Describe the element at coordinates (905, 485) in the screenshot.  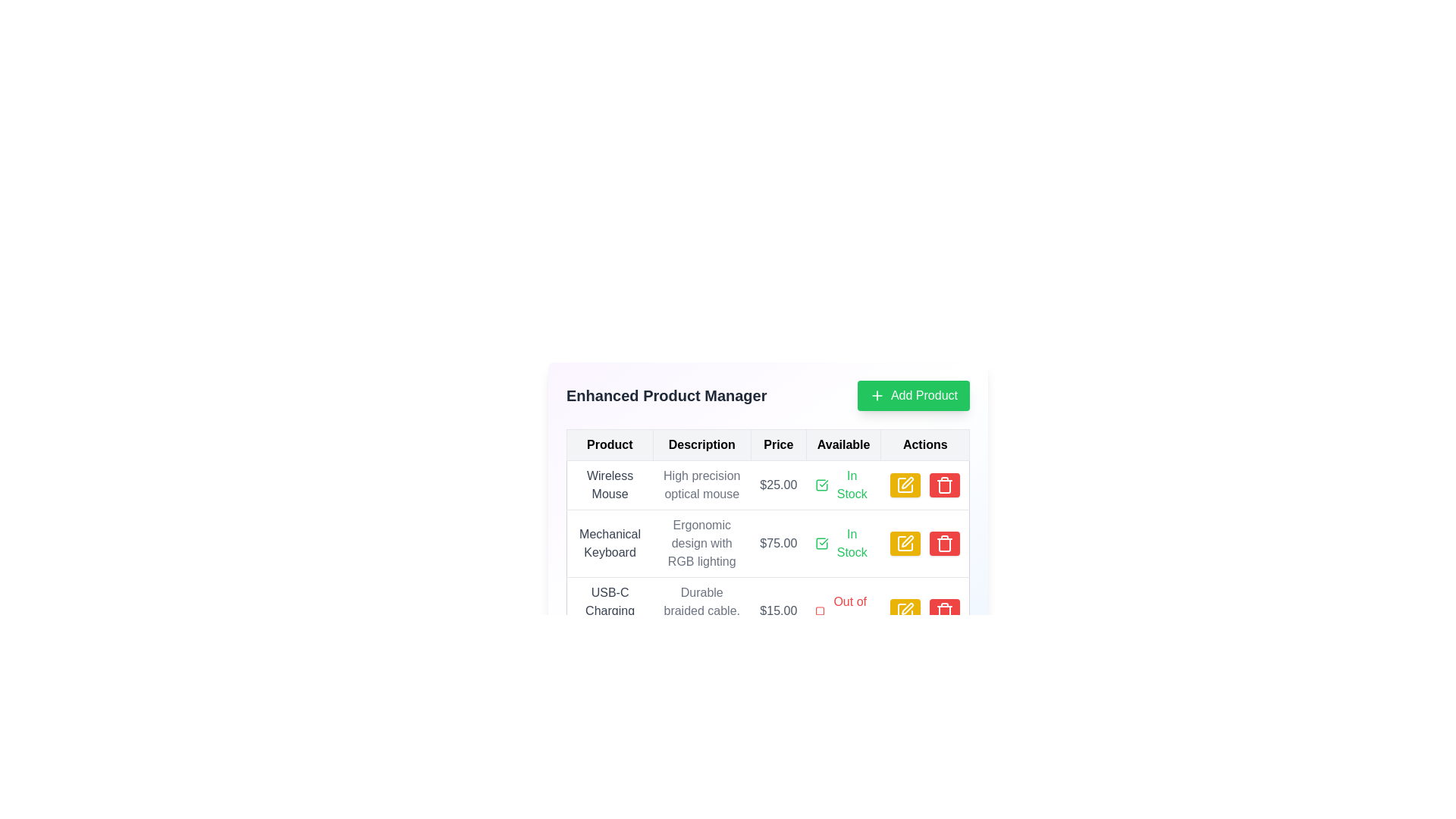
I see `the edit button located in the third row of the 'Actions' column of the table` at that location.